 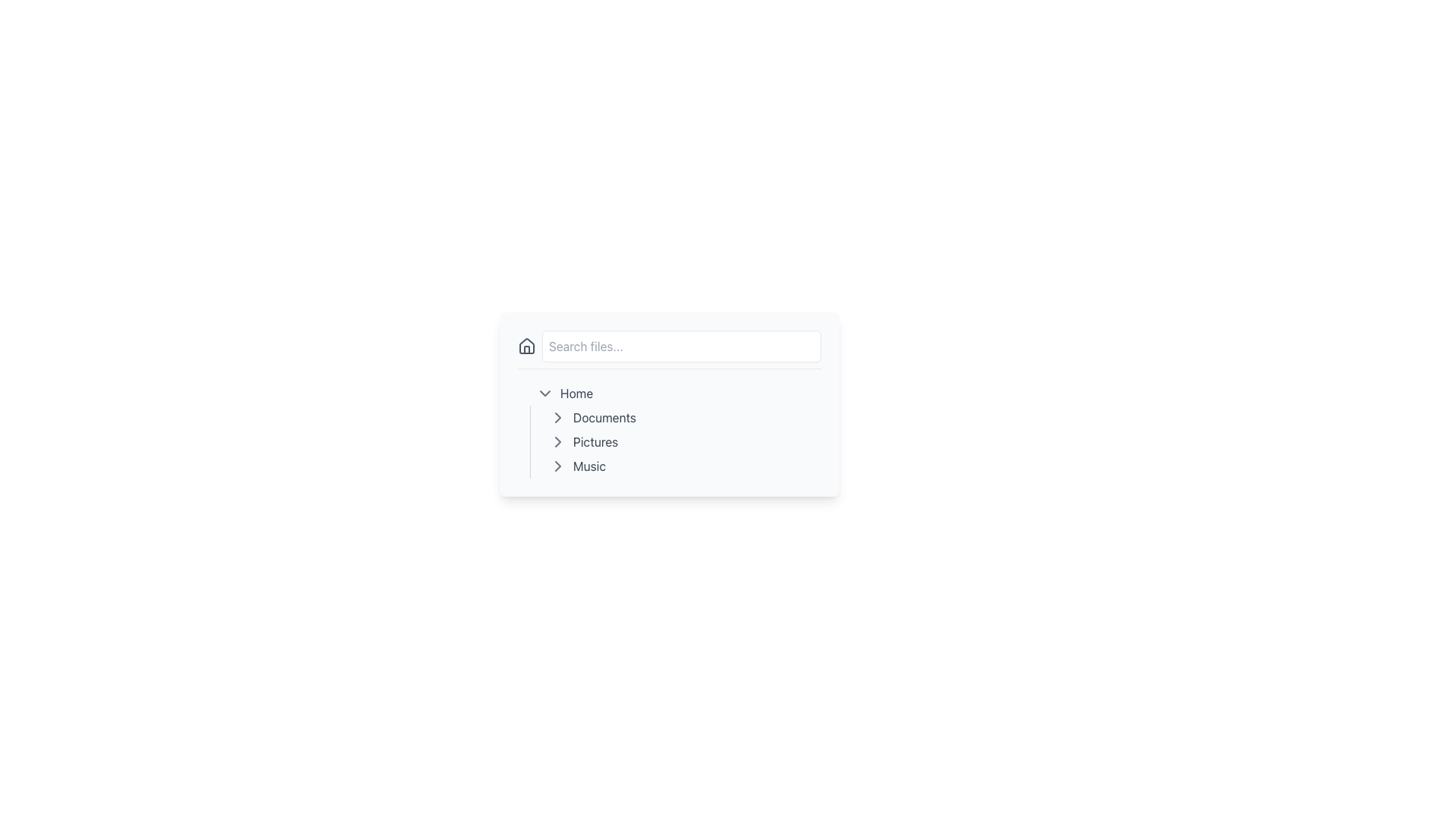 What do you see at coordinates (576, 393) in the screenshot?
I see `text label for the 'Home' section in the navigation list, located below the search bar and aligned left` at bounding box center [576, 393].